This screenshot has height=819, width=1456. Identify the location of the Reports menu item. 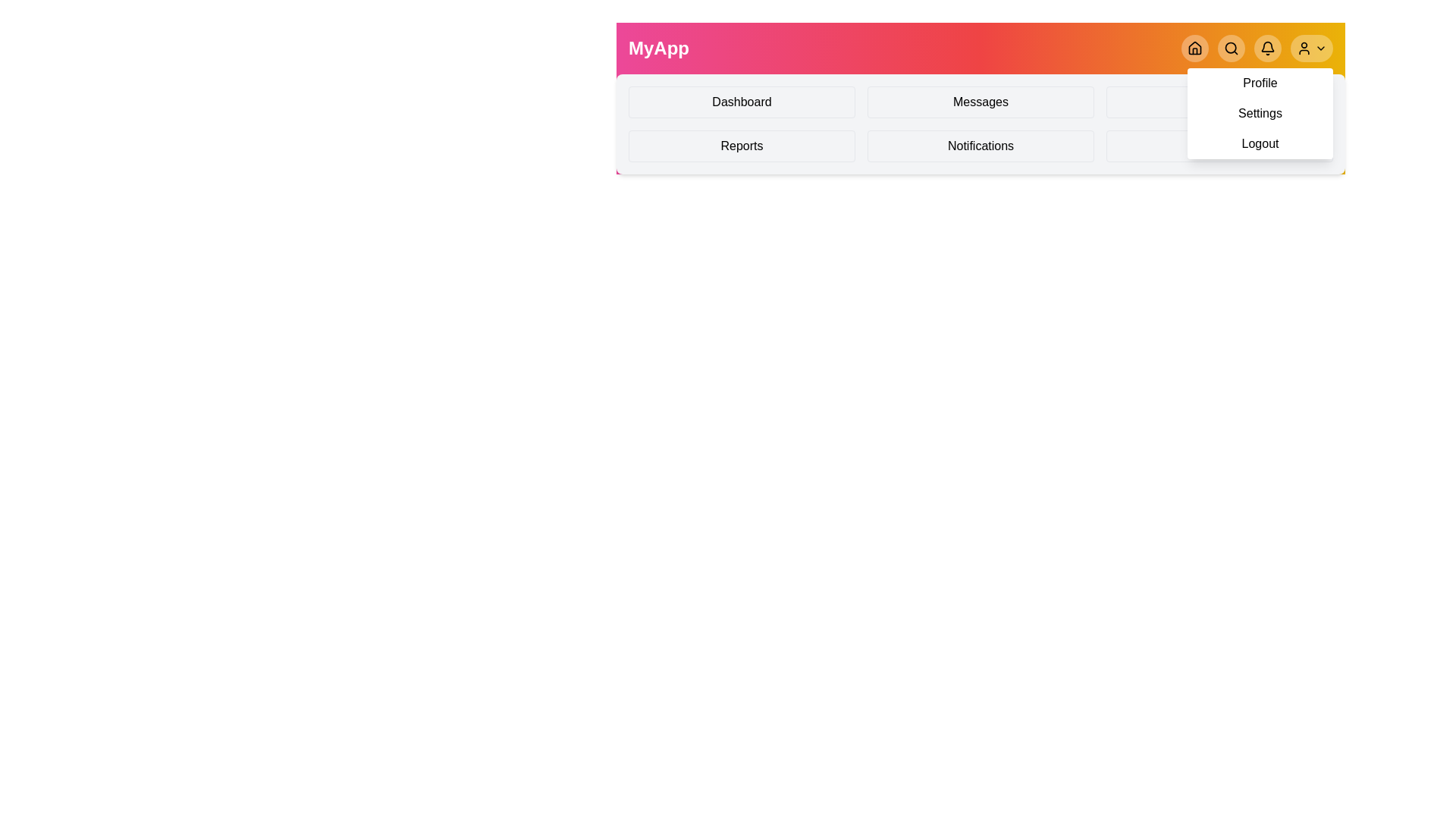
(742, 146).